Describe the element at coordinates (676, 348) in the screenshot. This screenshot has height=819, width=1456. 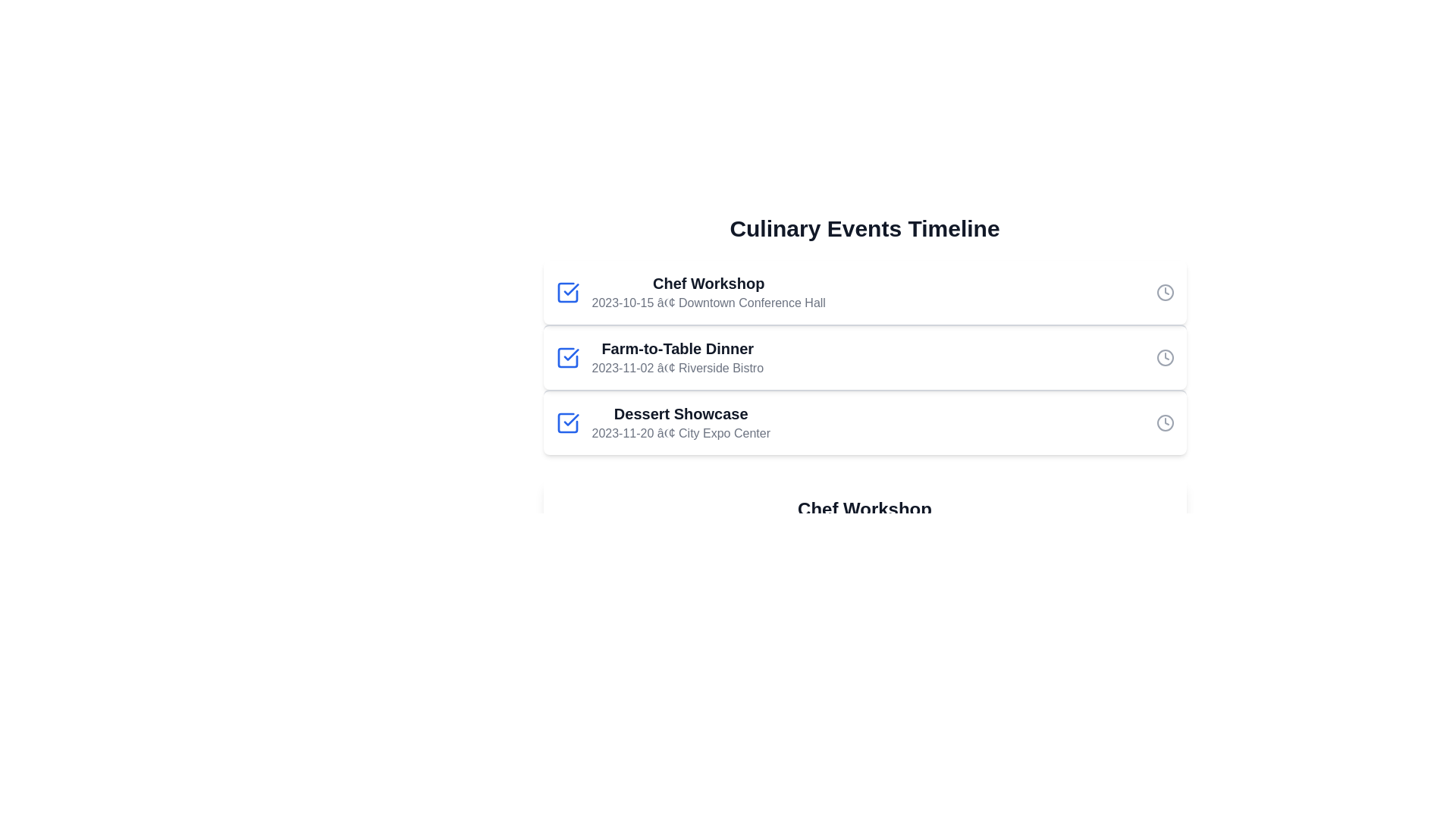
I see `the static text label indicating the title of an event, centrally located in the second row of a vertically stacked list, between 'Chef Workshop' and 'Dessert Showcase'` at that location.